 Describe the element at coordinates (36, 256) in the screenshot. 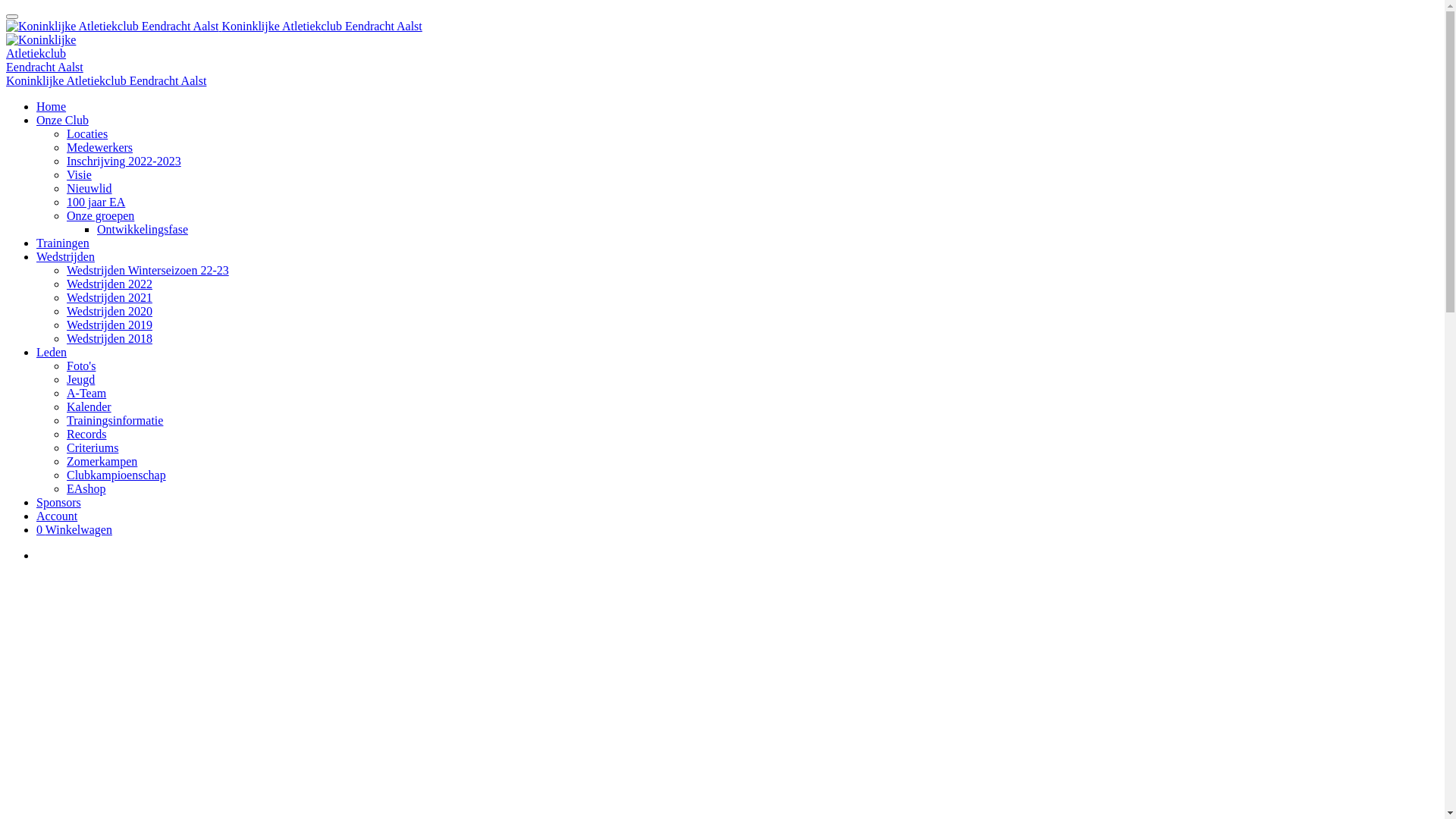

I see `'Wedstrijden'` at that location.